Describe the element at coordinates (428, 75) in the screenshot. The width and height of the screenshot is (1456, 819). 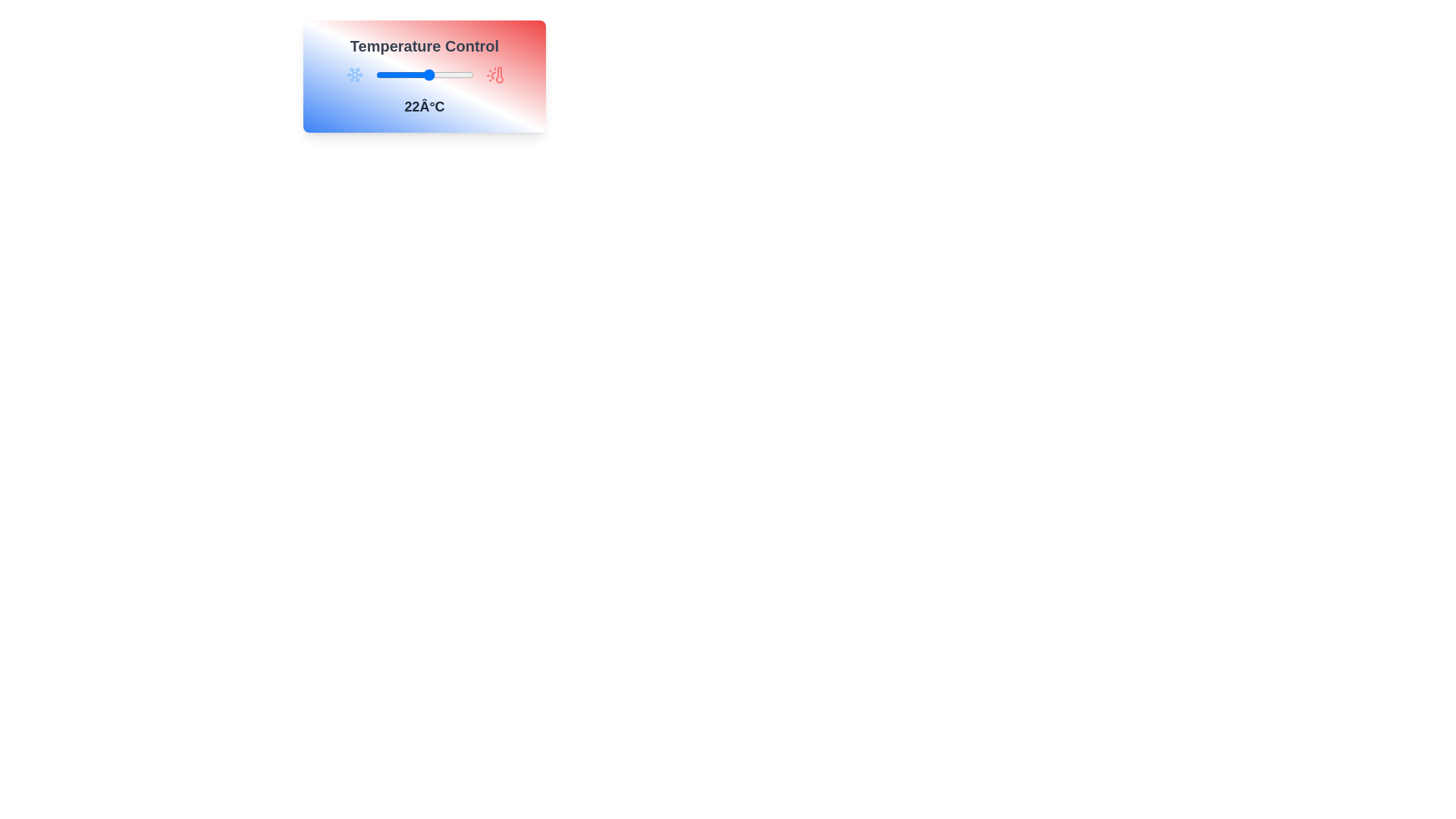
I see `the temperature slider to set the temperature to 22°C` at that location.